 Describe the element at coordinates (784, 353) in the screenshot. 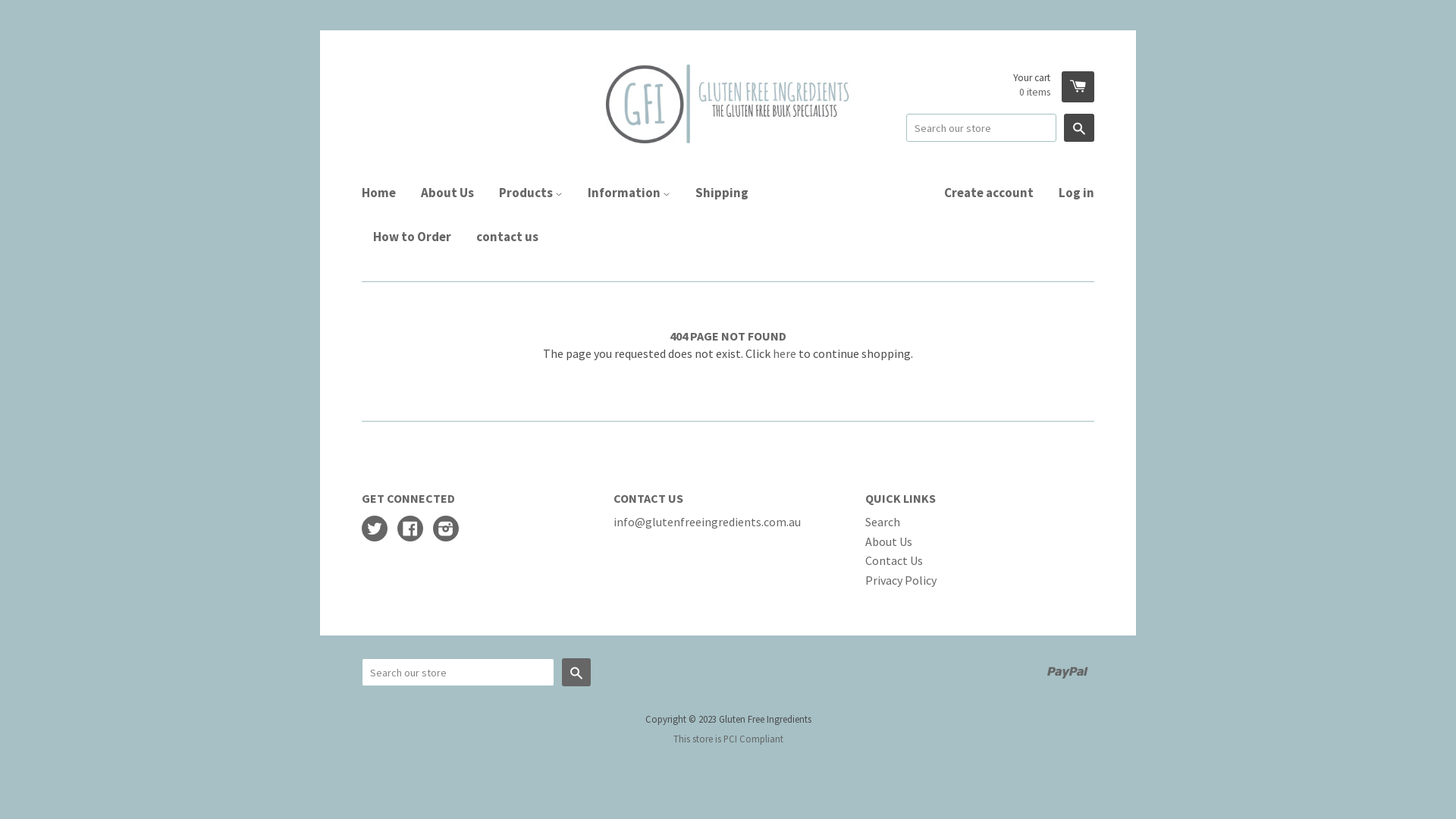

I see `'here'` at that location.